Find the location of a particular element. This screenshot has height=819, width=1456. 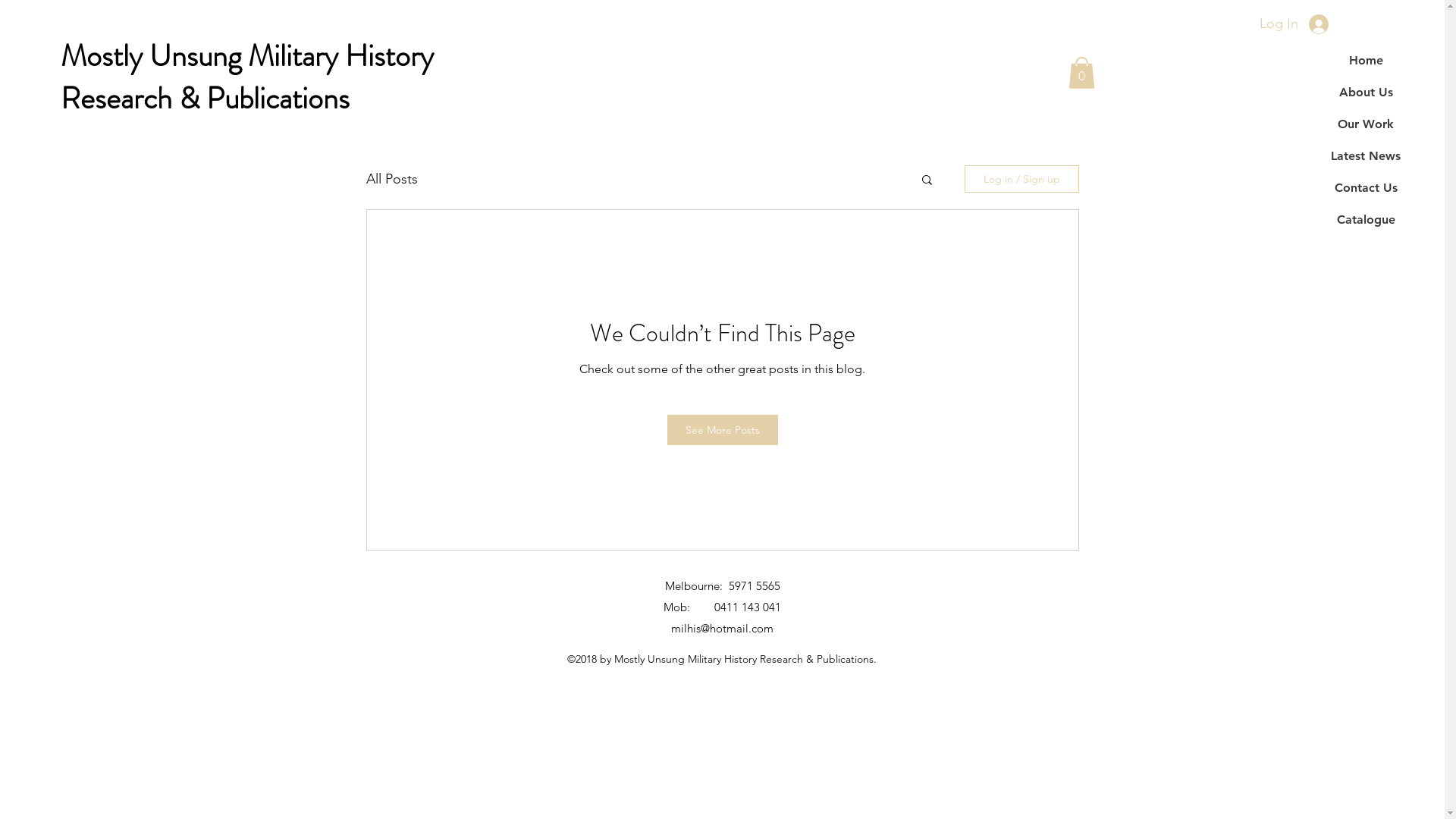

'Contact Us' is located at coordinates (1365, 187).